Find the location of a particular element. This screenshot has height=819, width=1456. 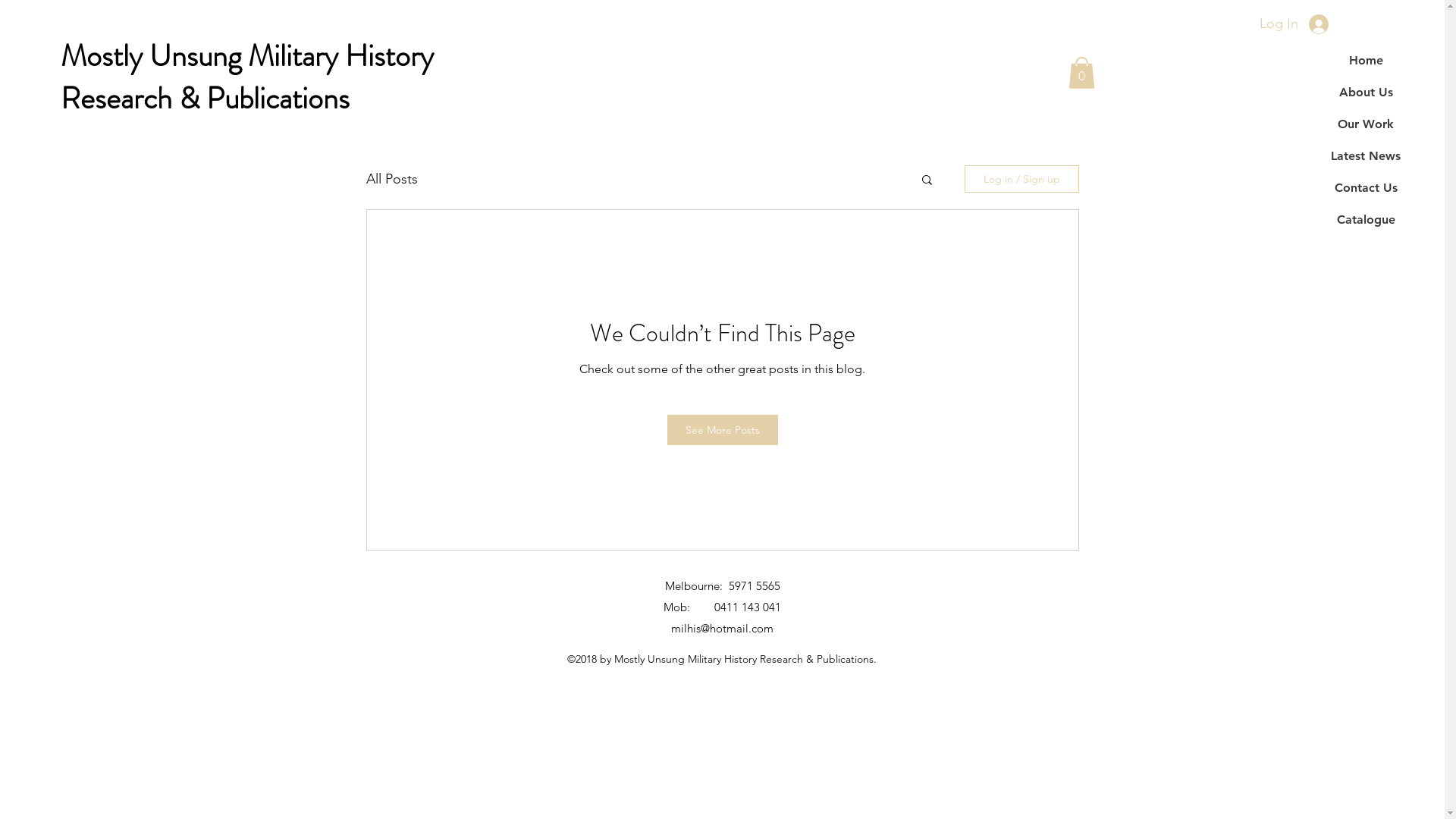

'Contact Us' is located at coordinates (1365, 187).